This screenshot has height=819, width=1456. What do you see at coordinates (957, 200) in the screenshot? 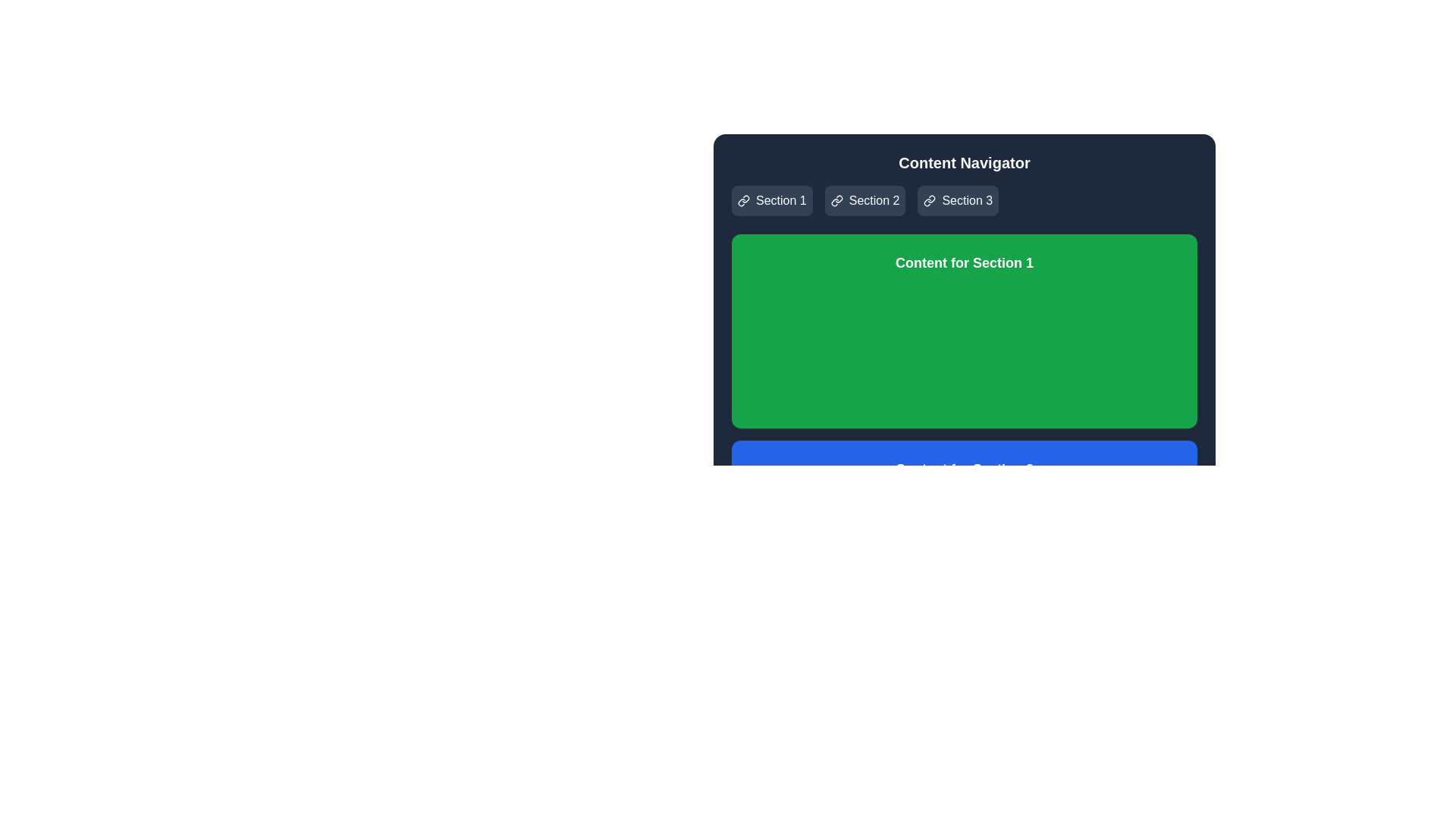
I see `the button labeled 'Section 3' with a small link icon` at bounding box center [957, 200].